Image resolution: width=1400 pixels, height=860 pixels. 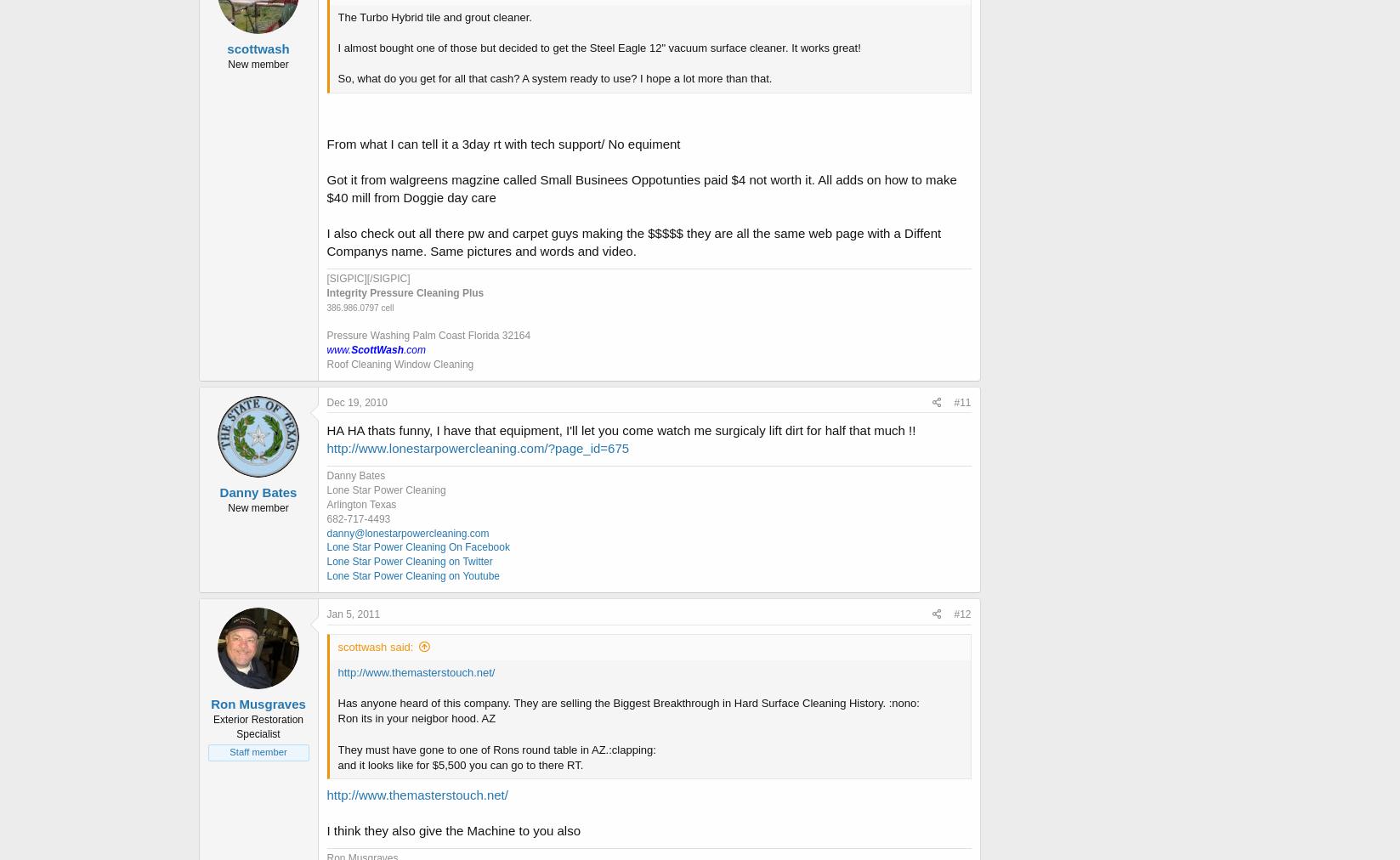 What do you see at coordinates (375, 645) in the screenshot?
I see `'scottwash said:'` at bounding box center [375, 645].